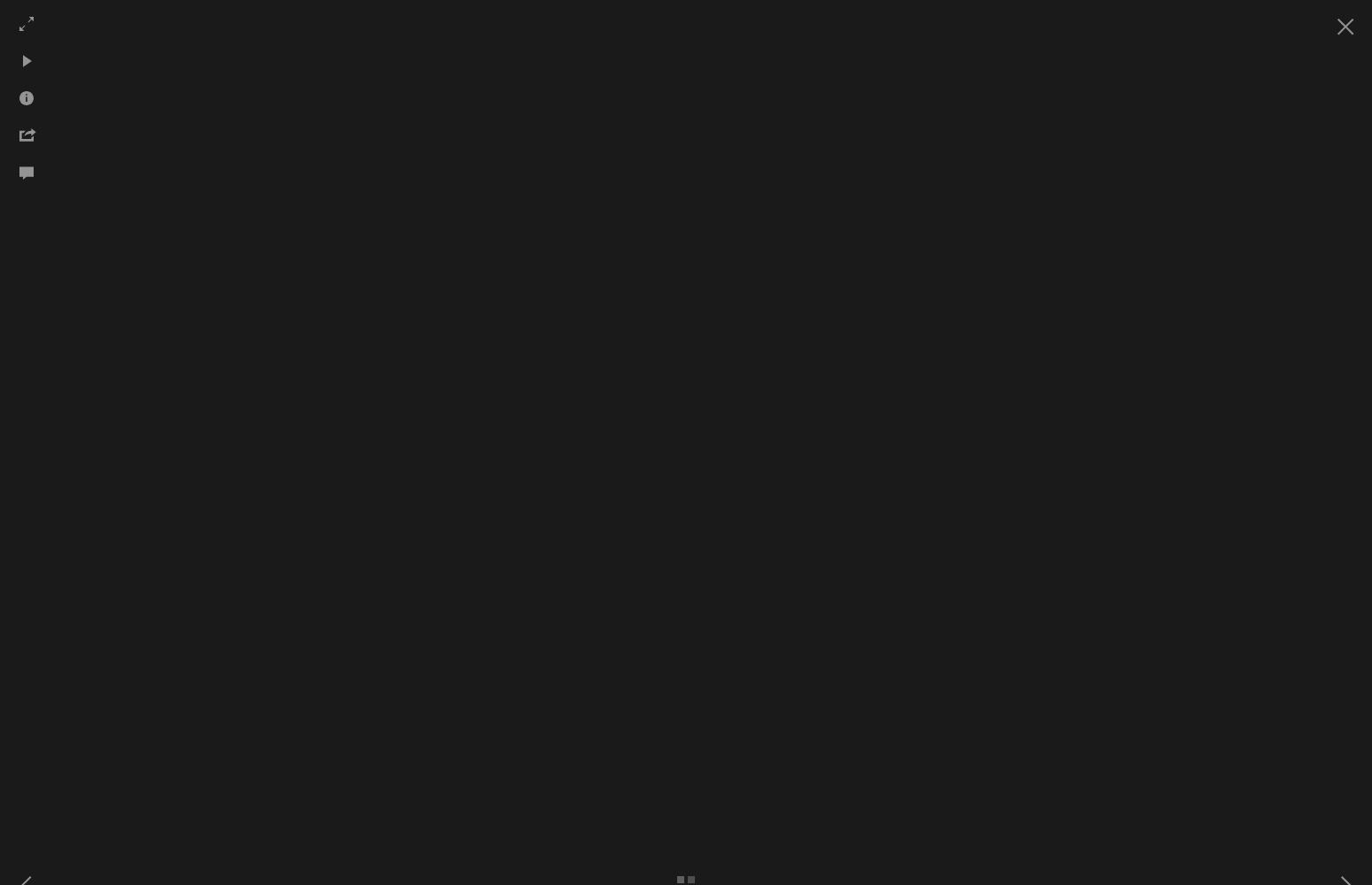  I want to click on 'Butterflies', so click(960, 191).